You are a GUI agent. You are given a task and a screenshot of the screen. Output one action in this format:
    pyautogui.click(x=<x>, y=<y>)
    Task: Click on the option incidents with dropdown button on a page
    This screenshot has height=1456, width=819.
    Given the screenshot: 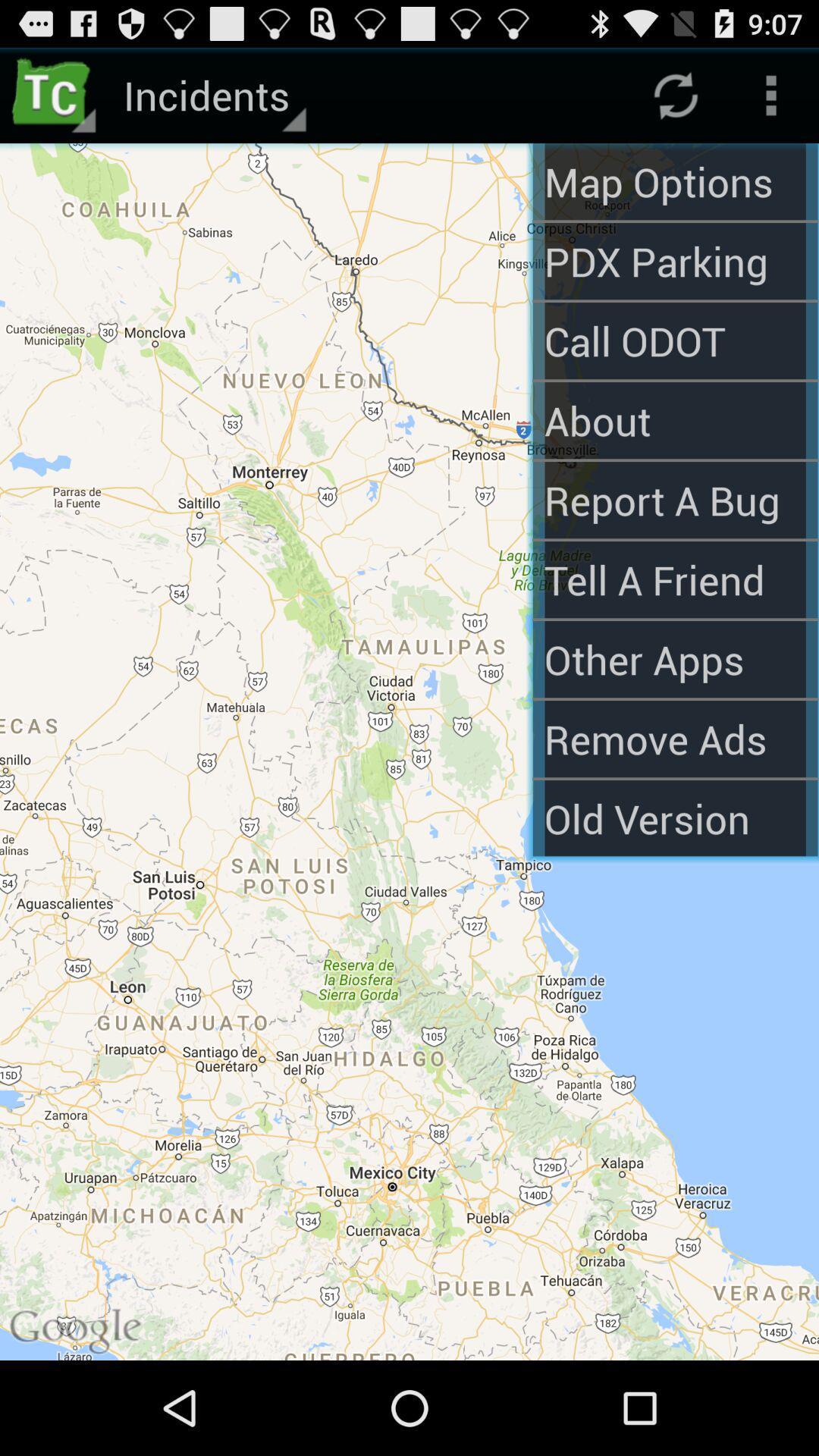 What is the action you would take?
    pyautogui.click(x=212, y=94)
    